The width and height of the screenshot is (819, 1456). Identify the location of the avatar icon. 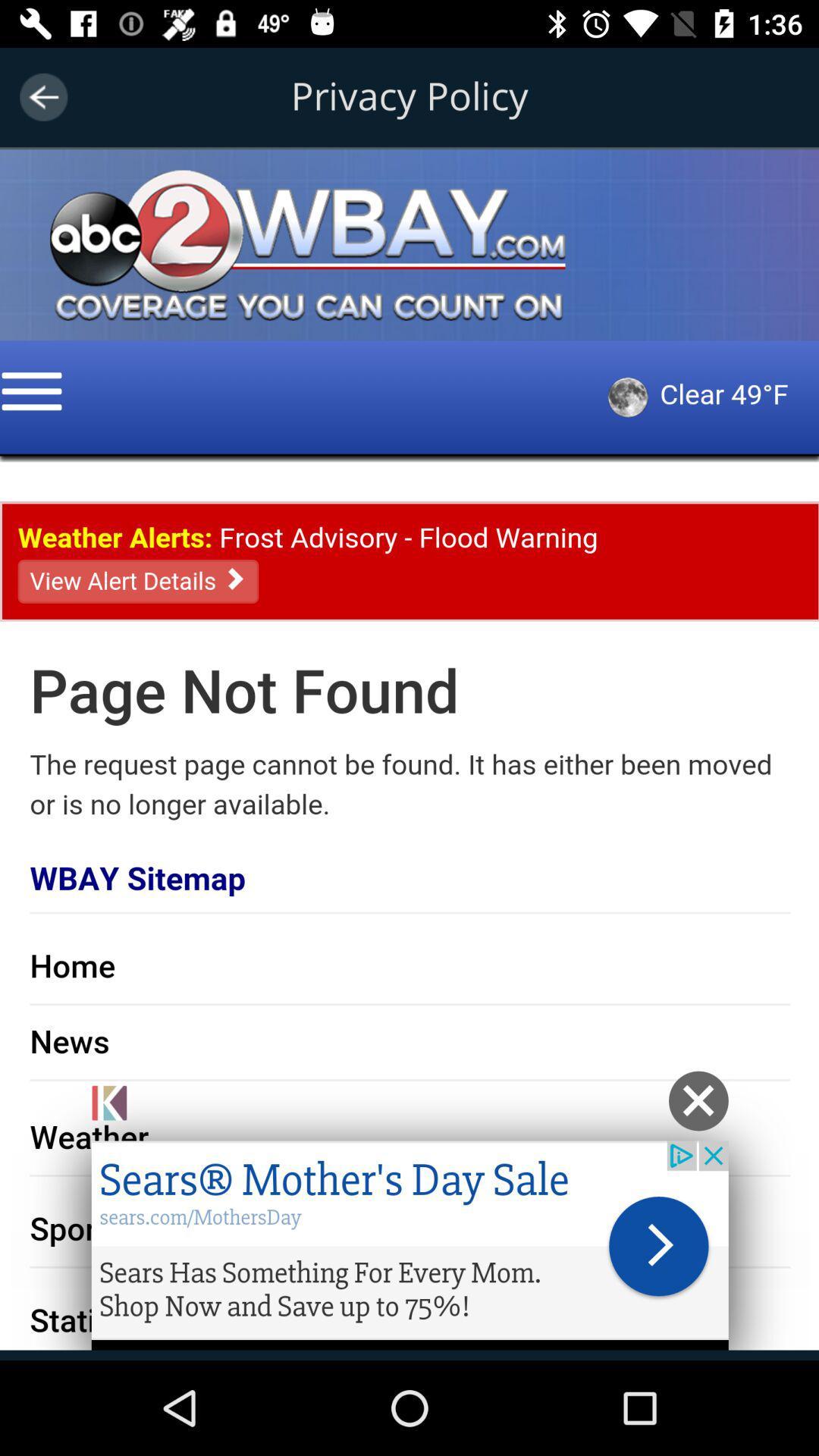
(99, 182).